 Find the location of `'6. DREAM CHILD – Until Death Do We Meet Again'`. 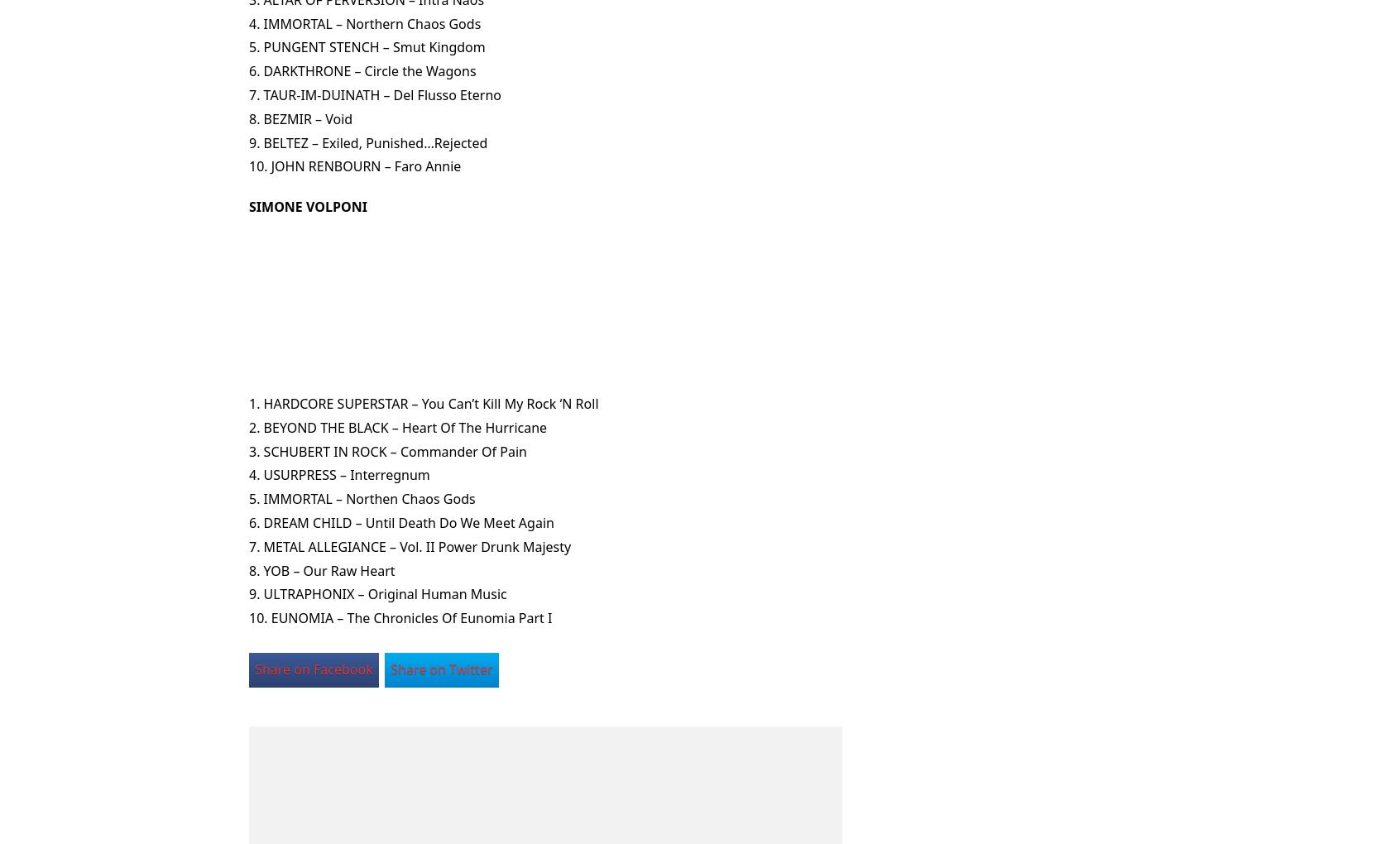

'6. DREAM CHILD – Until Death Do We Meet Again' is located at coordinates (248, 520).